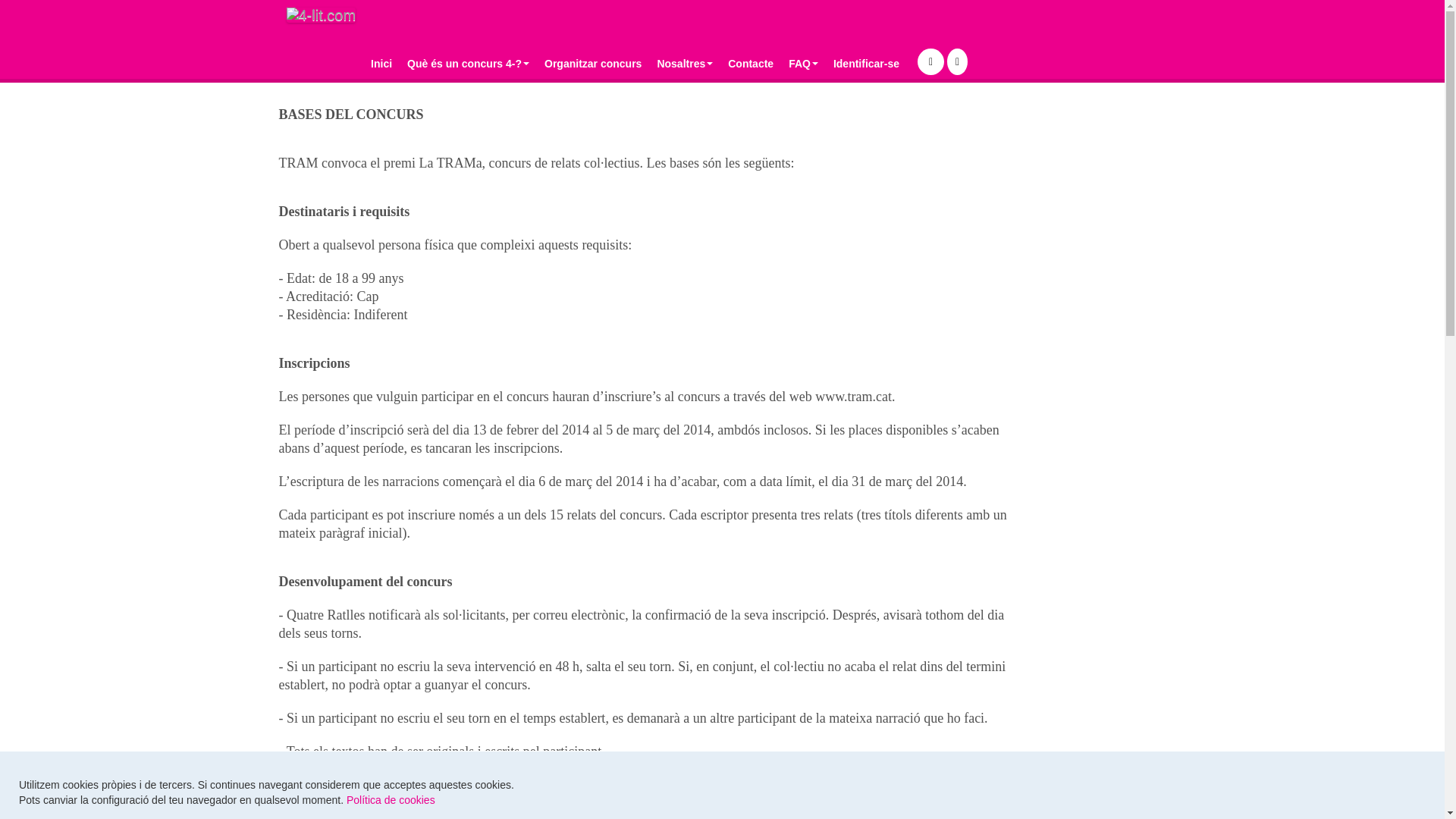 This screenshot has height=819, width=1456. What do you see at coordinates (750, 63) in the screenshot?
I see `'Contacte'` at bounding box center [750, 63].